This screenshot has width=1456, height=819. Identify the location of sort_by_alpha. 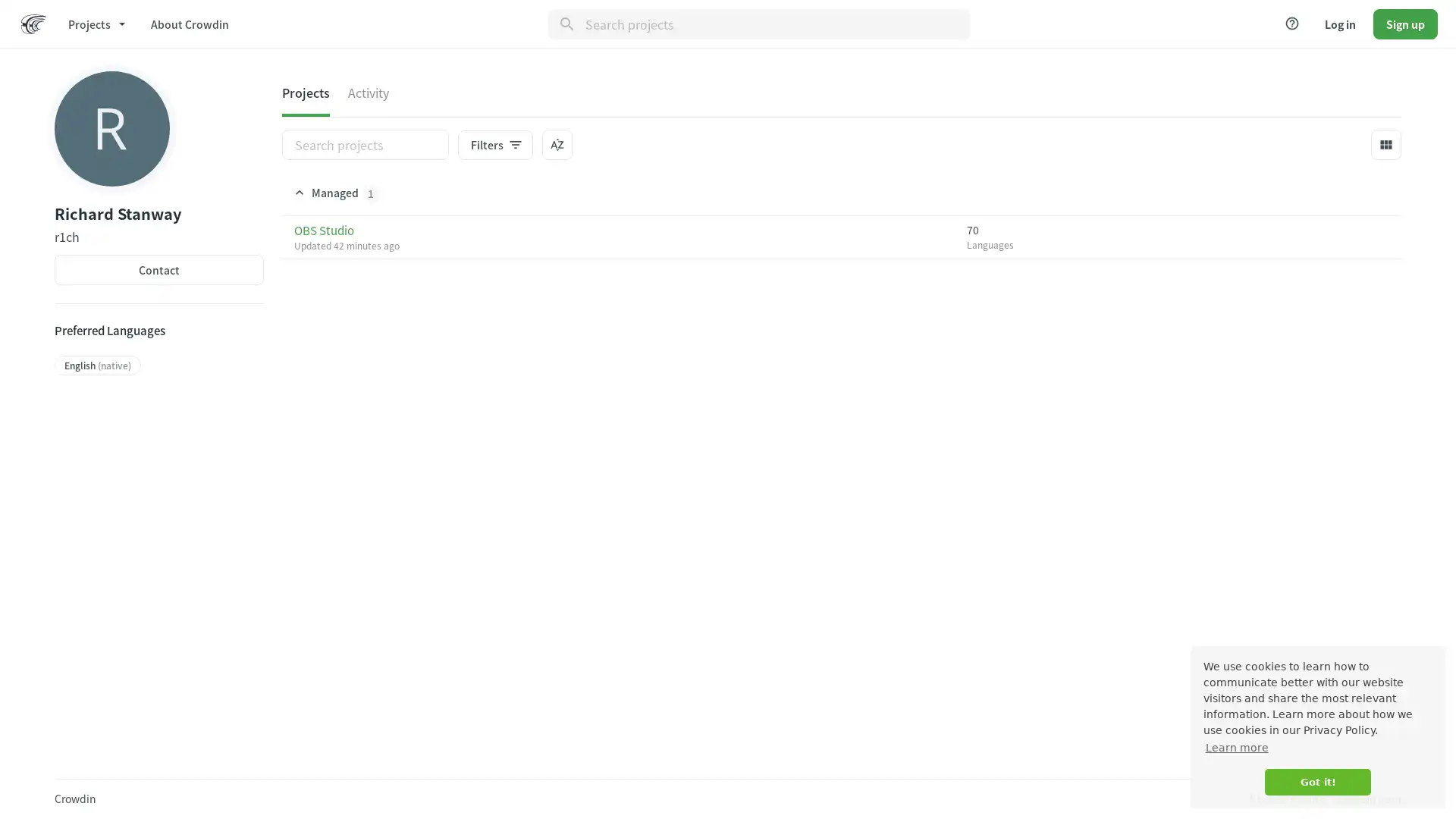
(556, 145).